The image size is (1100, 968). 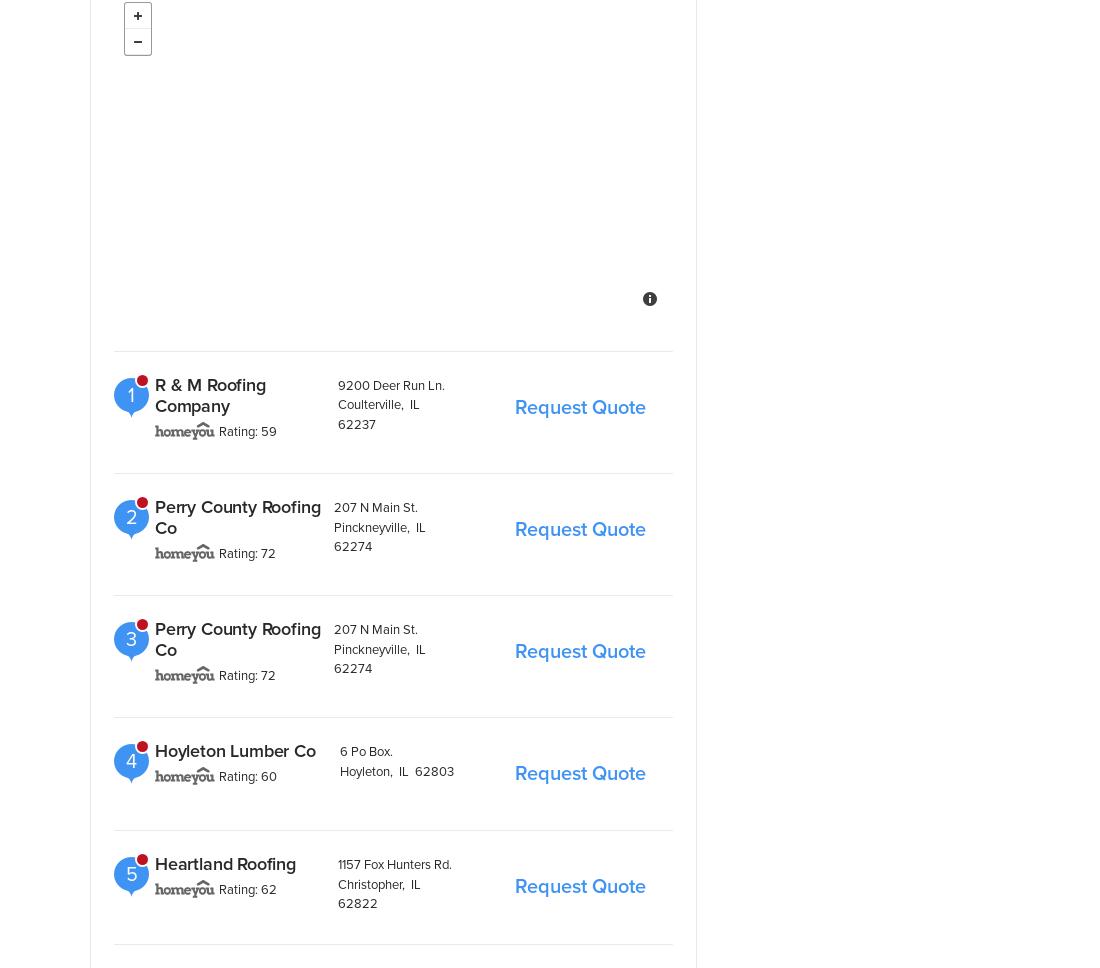 I want to click on 'R & M Roofing Company', so click(x=209, y=393).